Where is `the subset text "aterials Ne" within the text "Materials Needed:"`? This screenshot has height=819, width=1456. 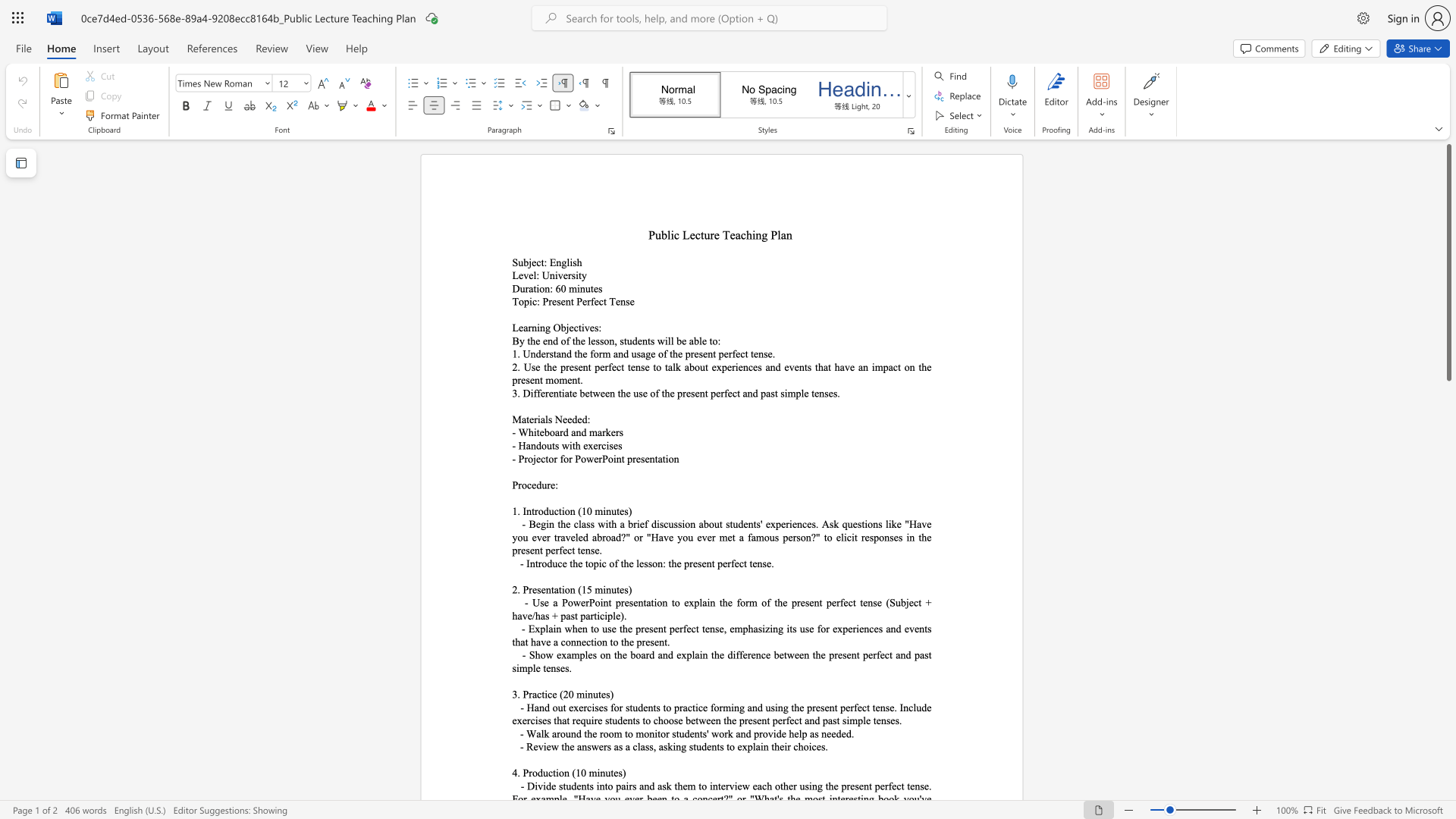 the subset text "aterials Ne" within the text "Materials Needed:" is located at coordinates (521, 419).